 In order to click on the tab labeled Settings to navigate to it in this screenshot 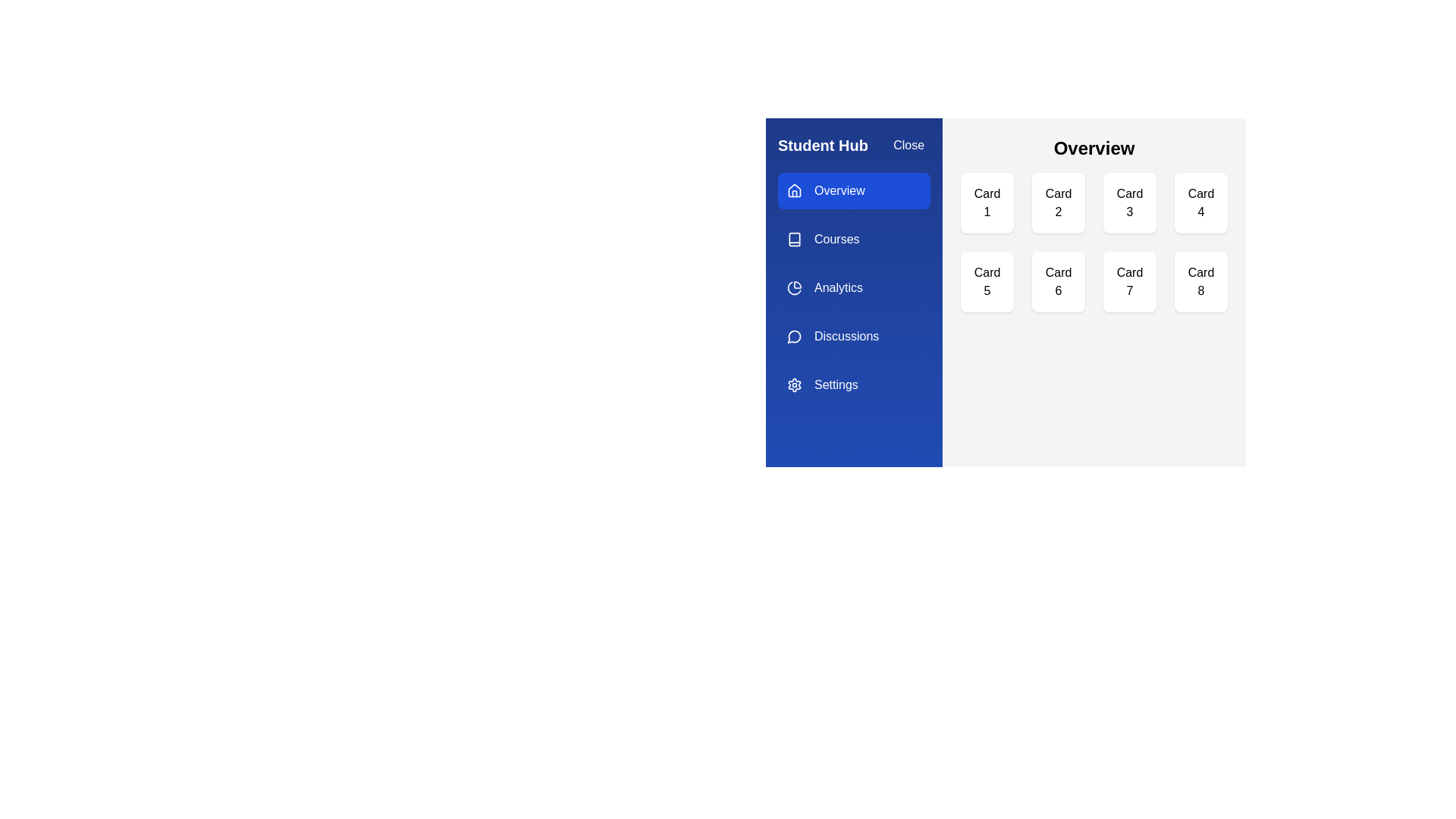, I will do `click(854, 384)`.